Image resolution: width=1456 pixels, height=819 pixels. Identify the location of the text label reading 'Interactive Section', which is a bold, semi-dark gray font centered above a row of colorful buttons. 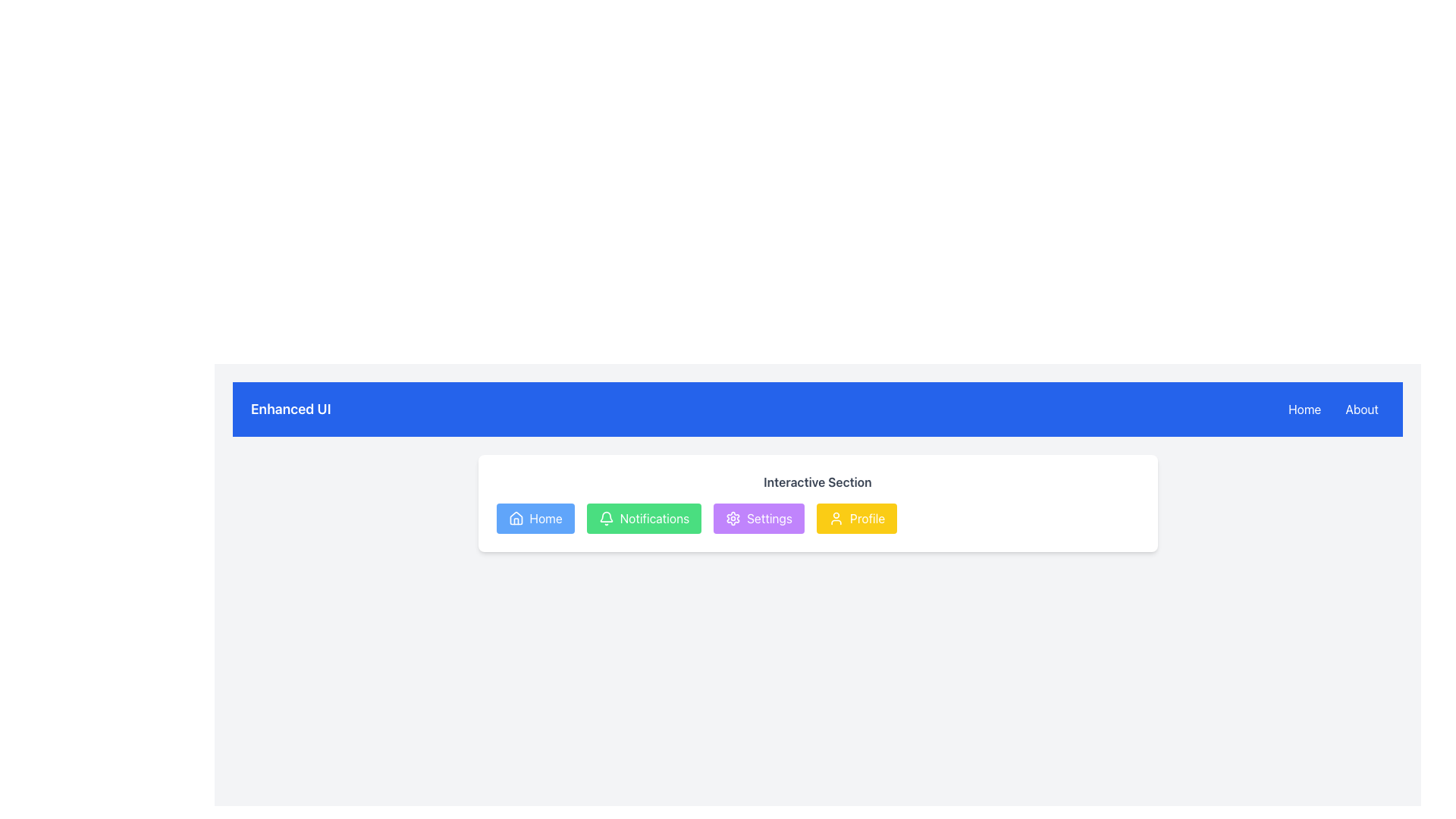
(817, 482).